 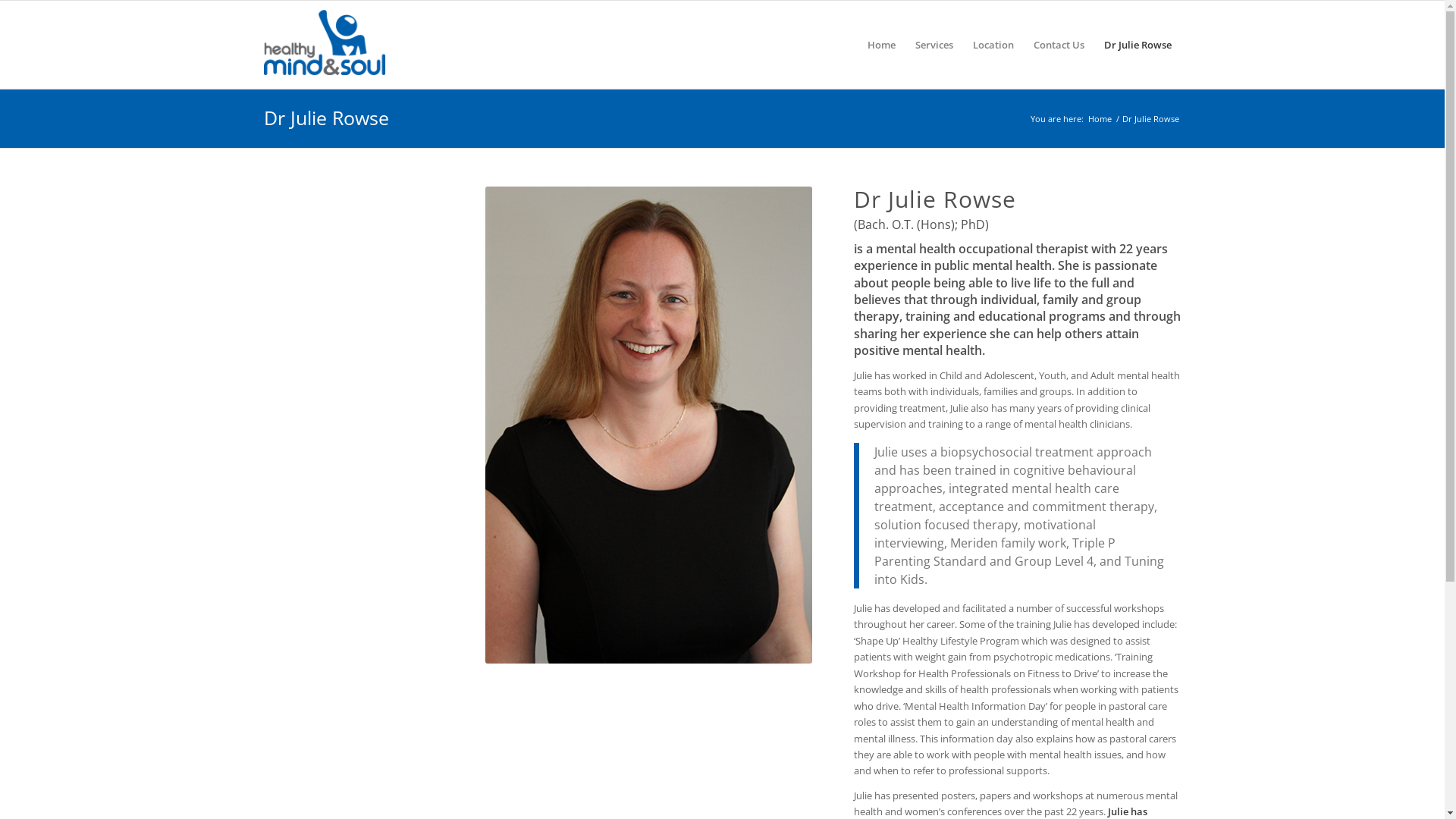 I want to click on 'Home', so click(x=1100, y=118).